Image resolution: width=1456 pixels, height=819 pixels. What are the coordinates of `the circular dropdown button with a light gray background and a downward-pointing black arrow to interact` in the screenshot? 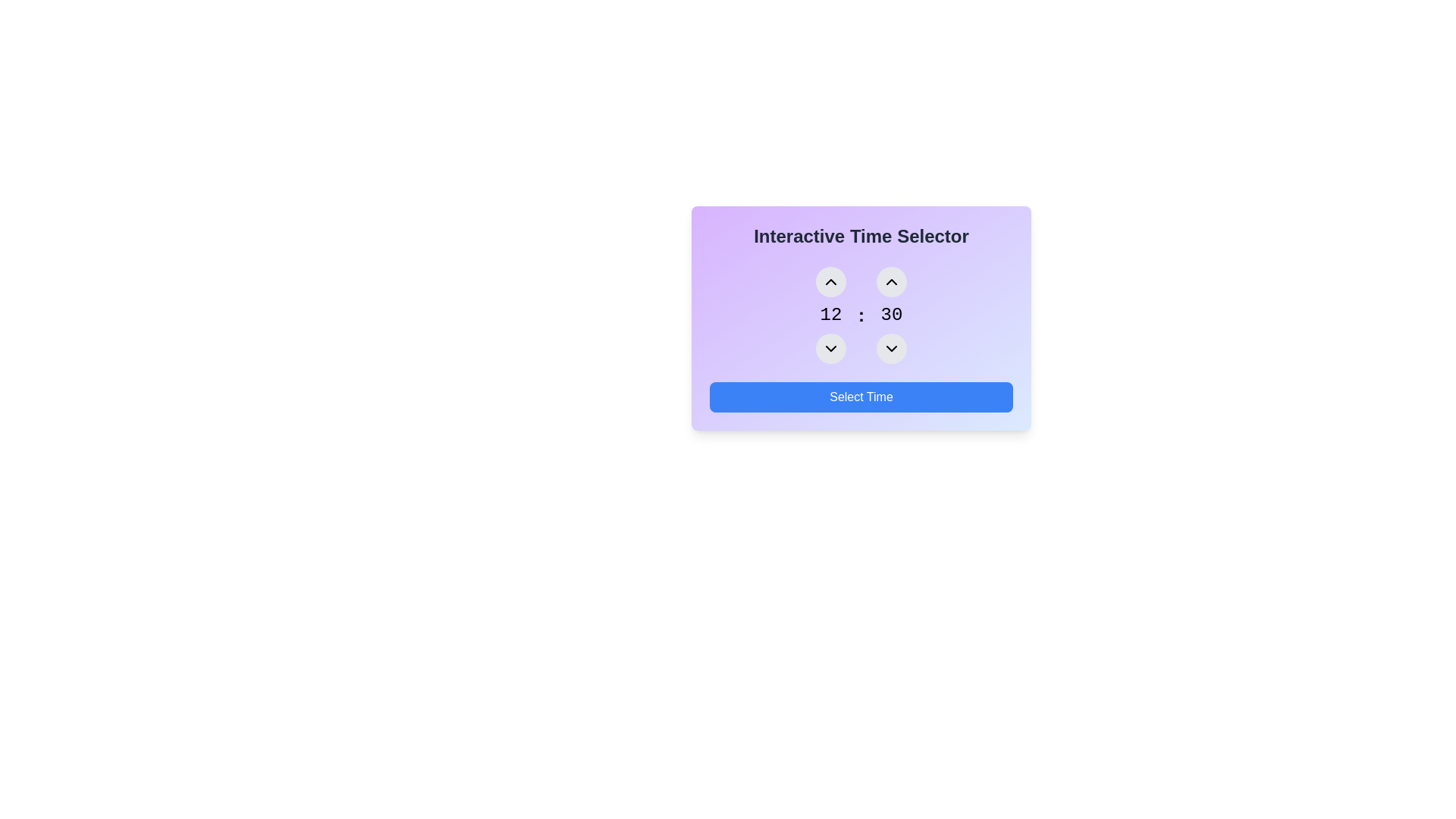 It's located at (830, 348).